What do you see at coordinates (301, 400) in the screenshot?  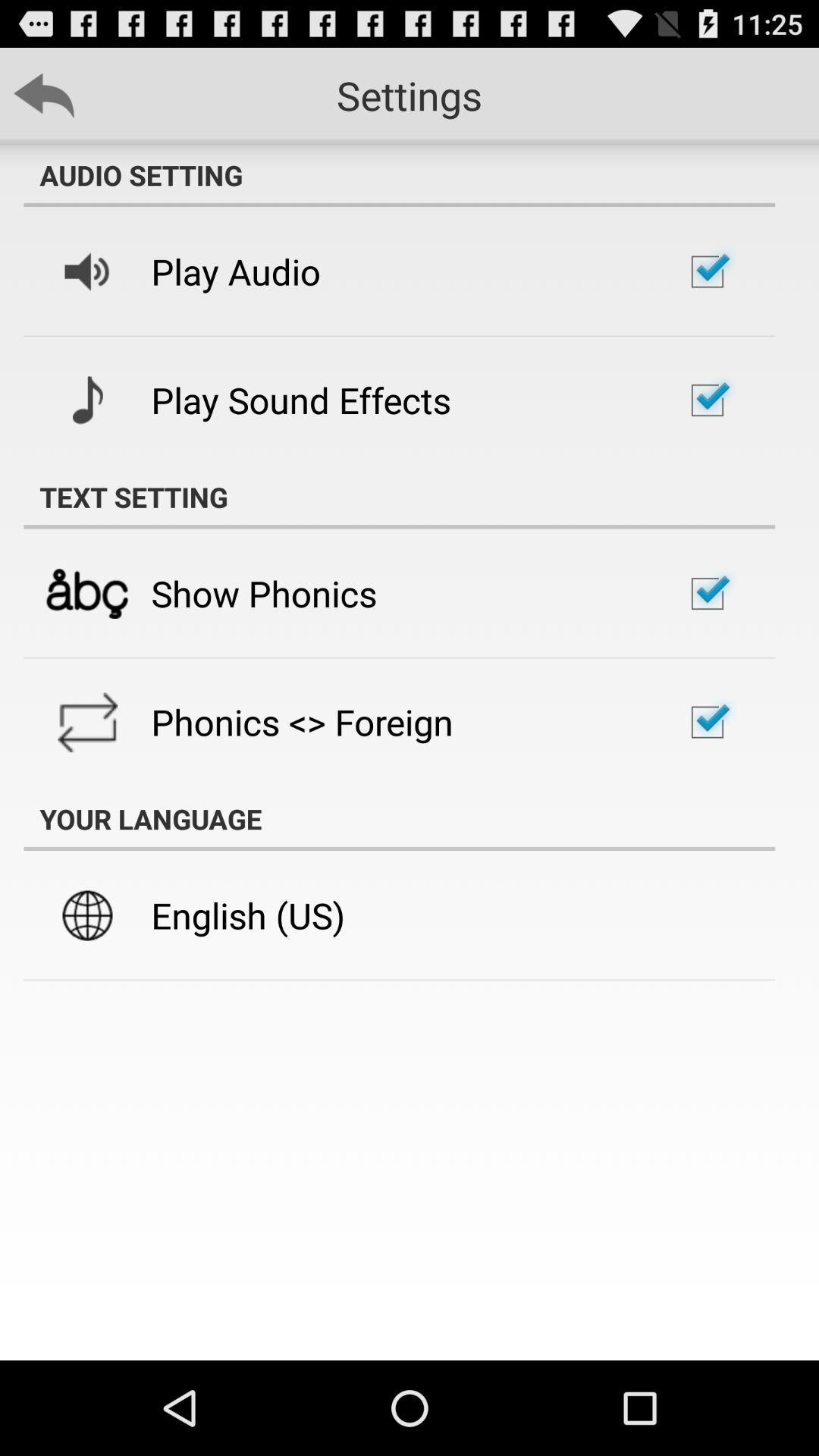 I see `icon below the play audio` at bounding box center [301, 400].